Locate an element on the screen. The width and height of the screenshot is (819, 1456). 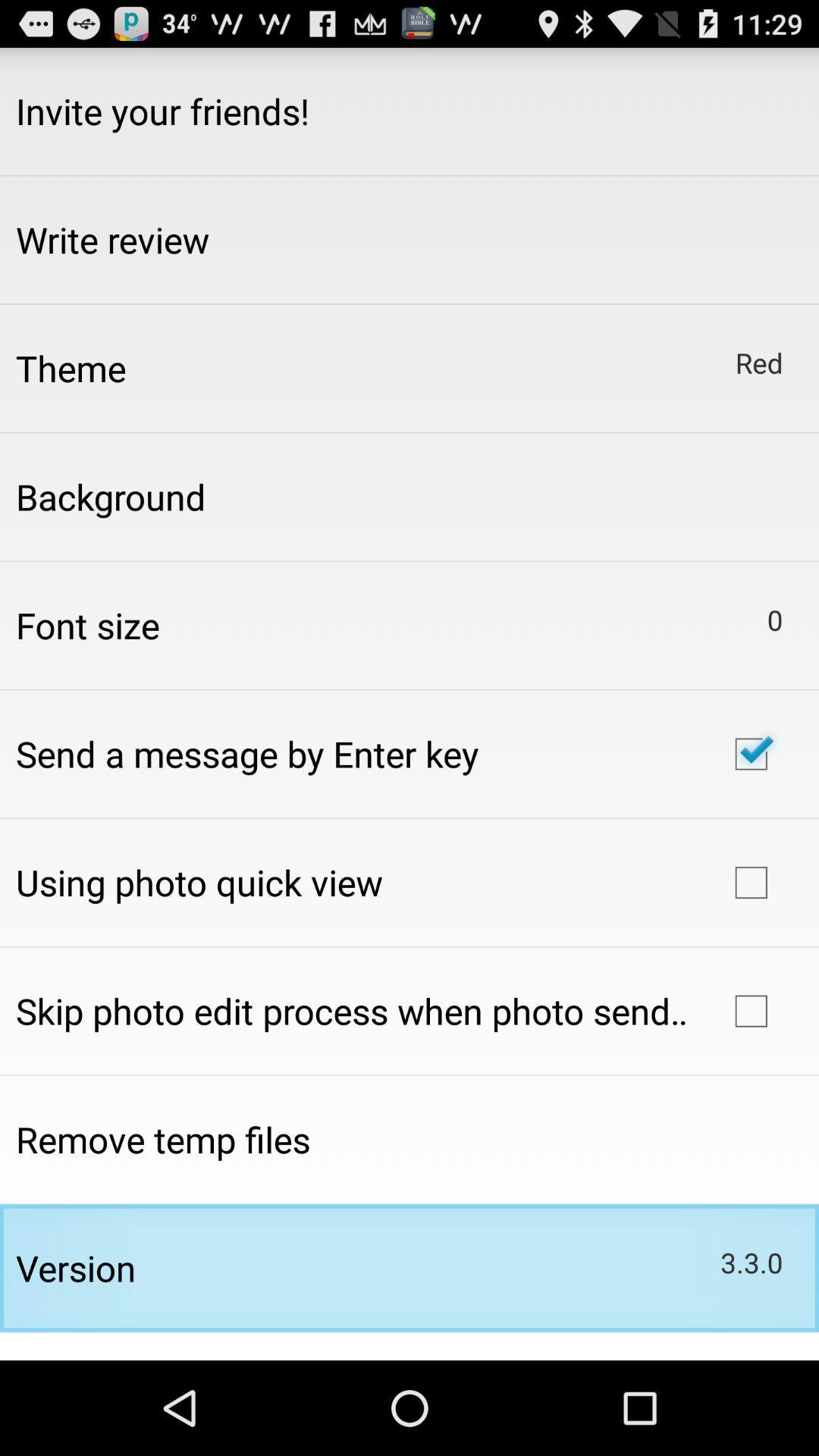
app above using photo quick is located at coordinates (246, 754).